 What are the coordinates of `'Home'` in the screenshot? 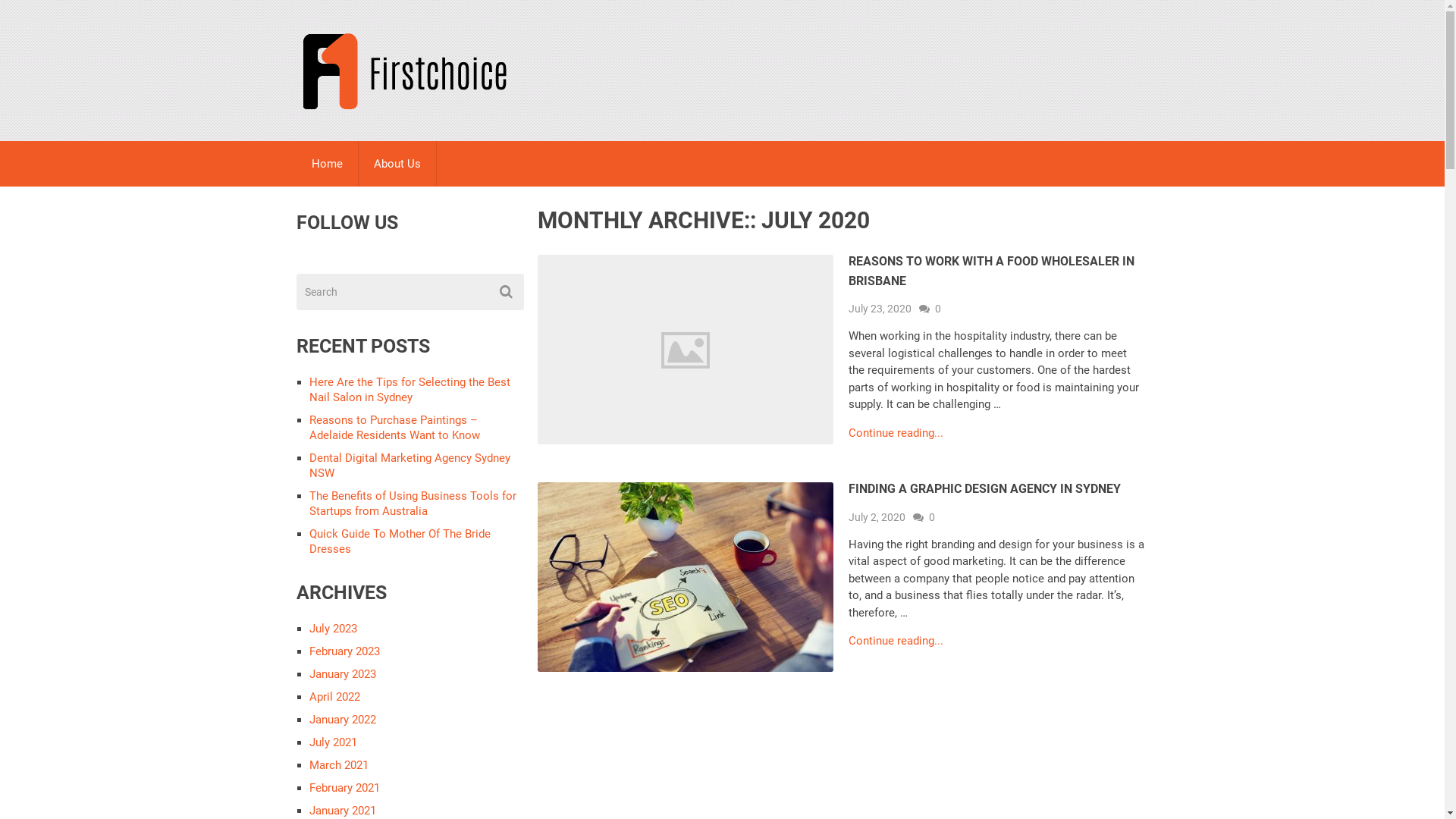 It's located at (295, 164).